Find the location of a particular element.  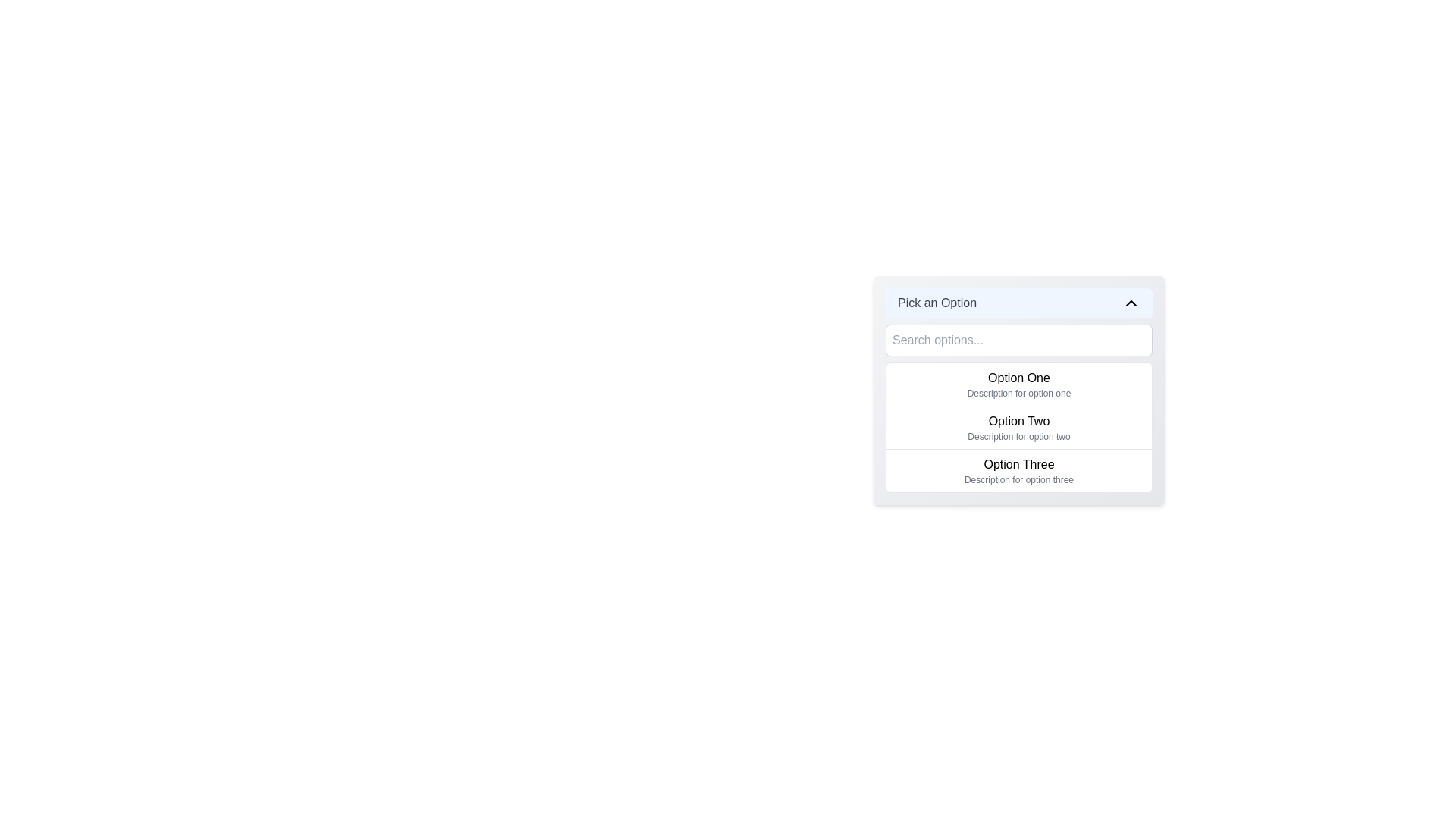

the second option is located at coordinates (1019, 427).